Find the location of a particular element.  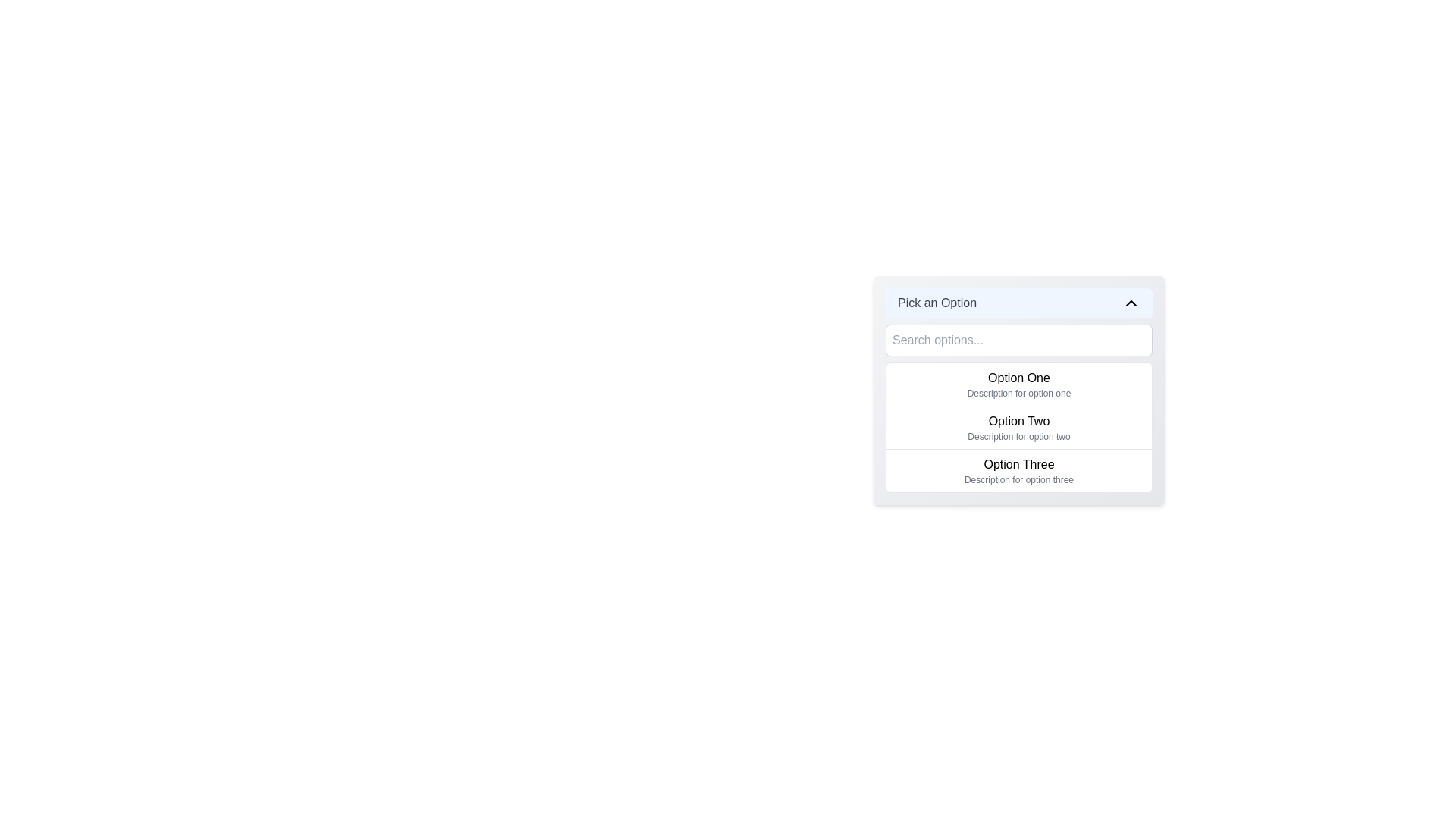

the second option is located at coordinates (1019, 427).